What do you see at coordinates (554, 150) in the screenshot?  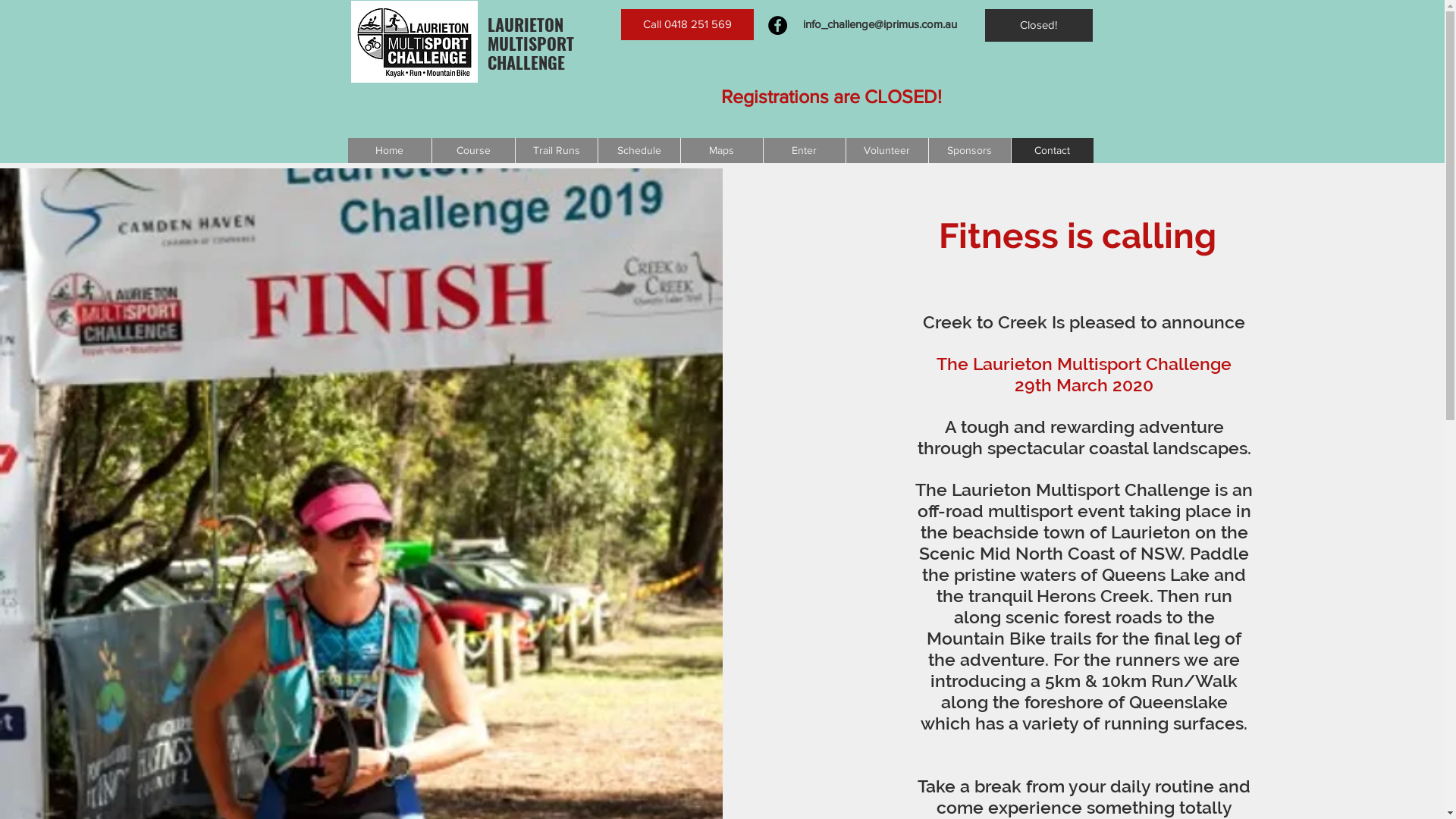 I see `'Trail Runs'` at bounding box center [554, 150].